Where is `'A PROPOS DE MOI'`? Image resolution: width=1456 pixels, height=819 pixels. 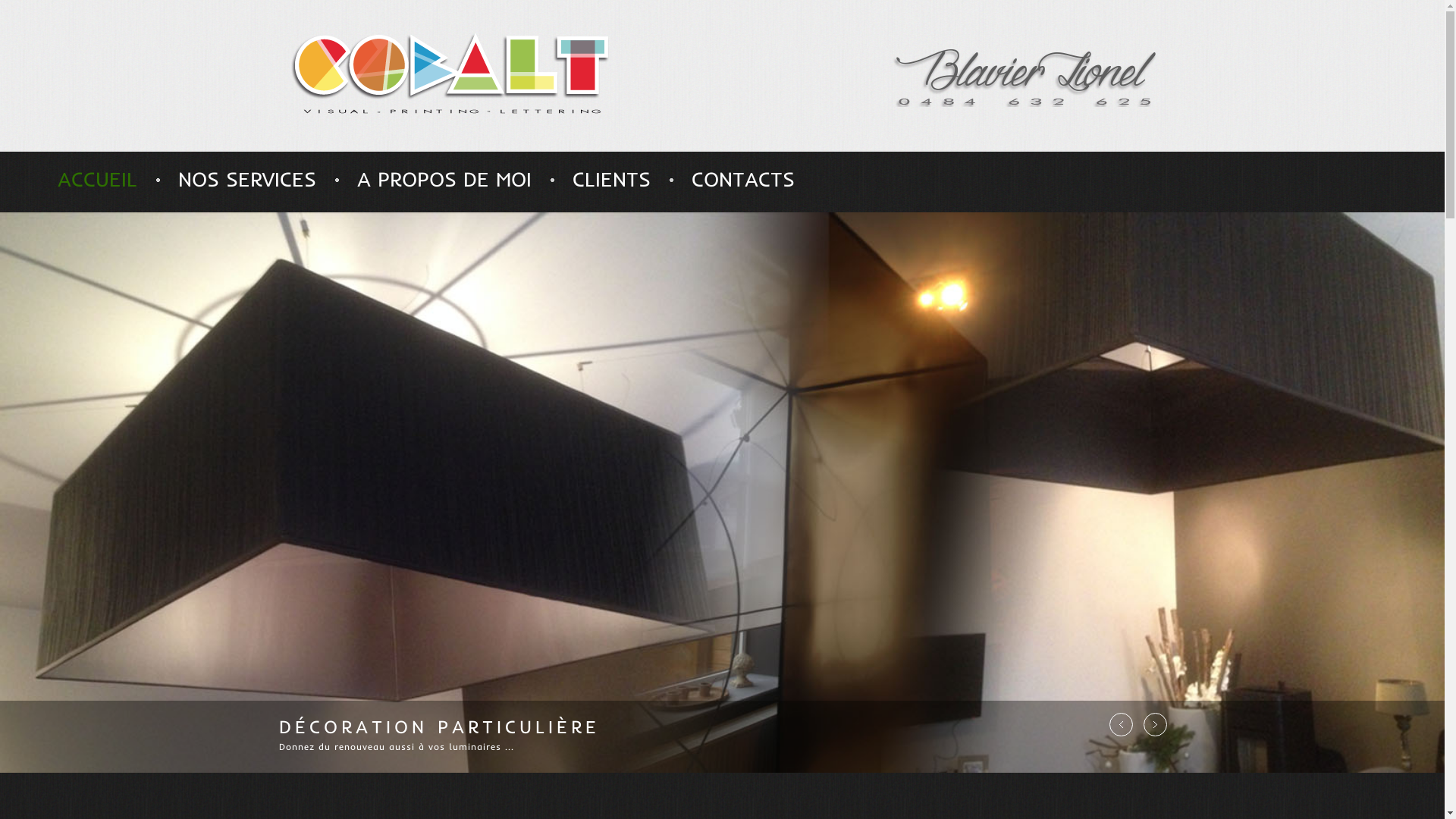 'A PROPOS DE MOI' is located at coordinates (443, 178).